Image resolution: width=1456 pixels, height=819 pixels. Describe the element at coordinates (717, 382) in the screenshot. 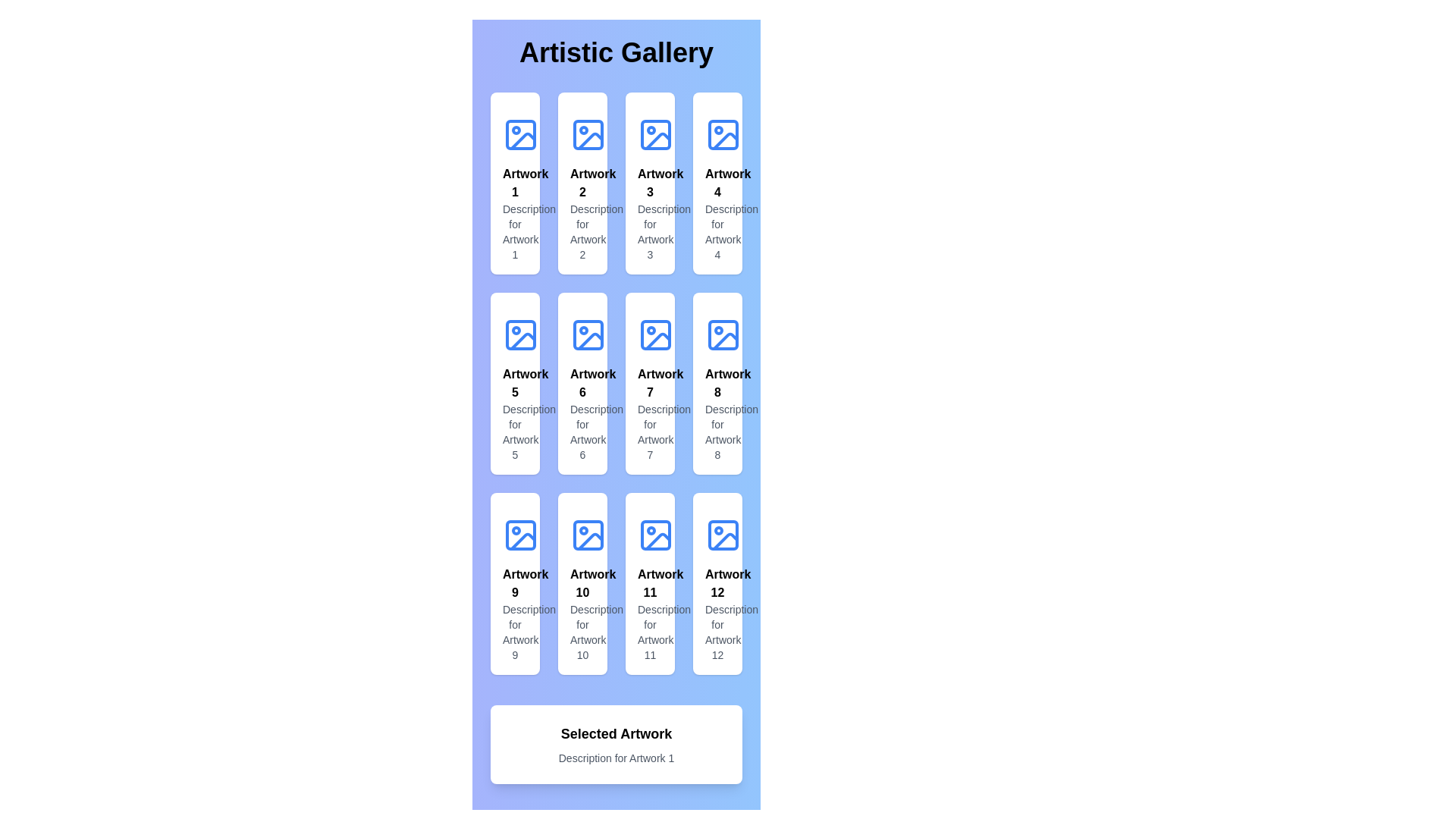

I see `the text element labeled 'Artwork 8', which is bold and centered within a card` at that location.